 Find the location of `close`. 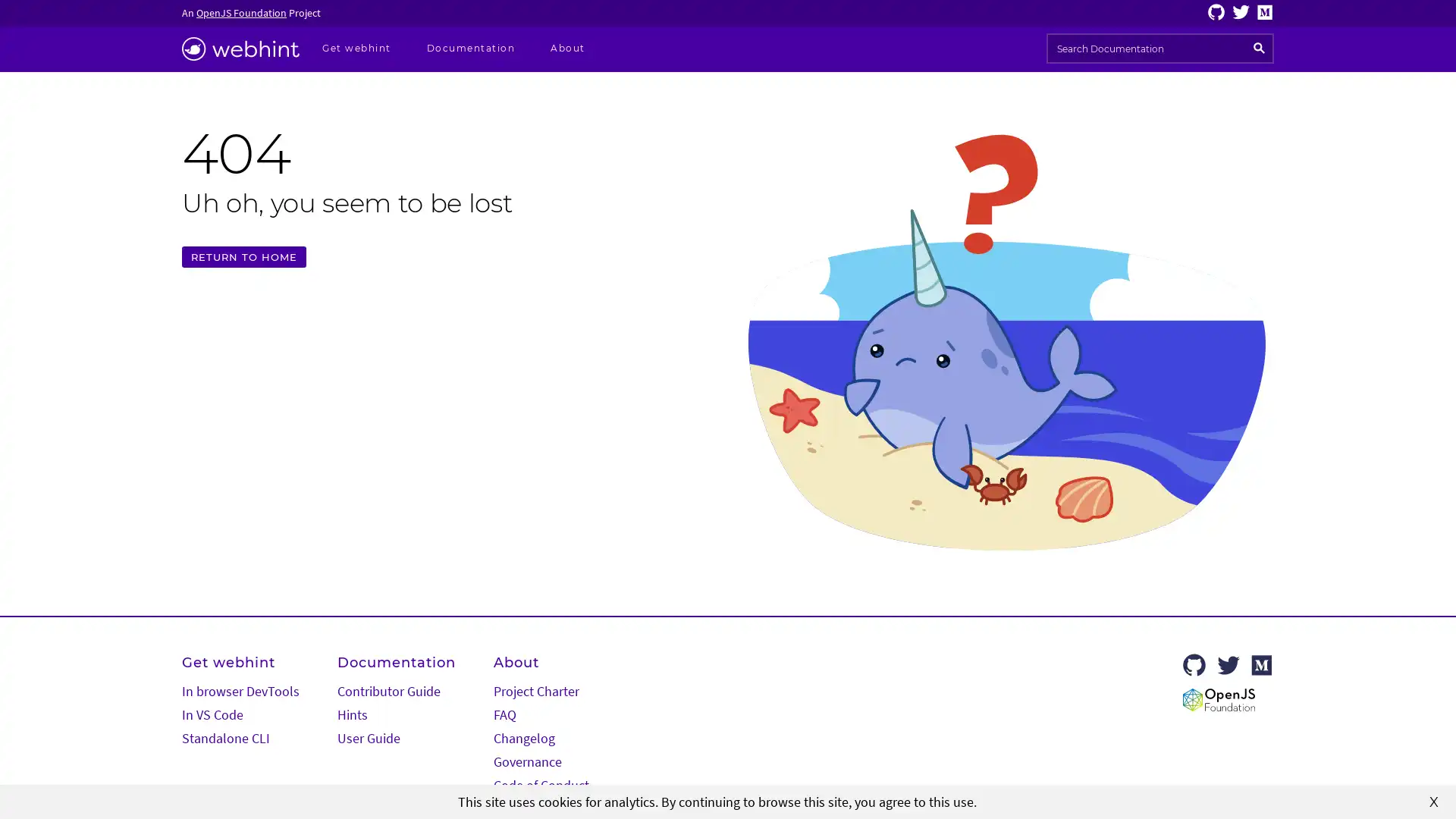

close is located at coordinates (1433, 800).